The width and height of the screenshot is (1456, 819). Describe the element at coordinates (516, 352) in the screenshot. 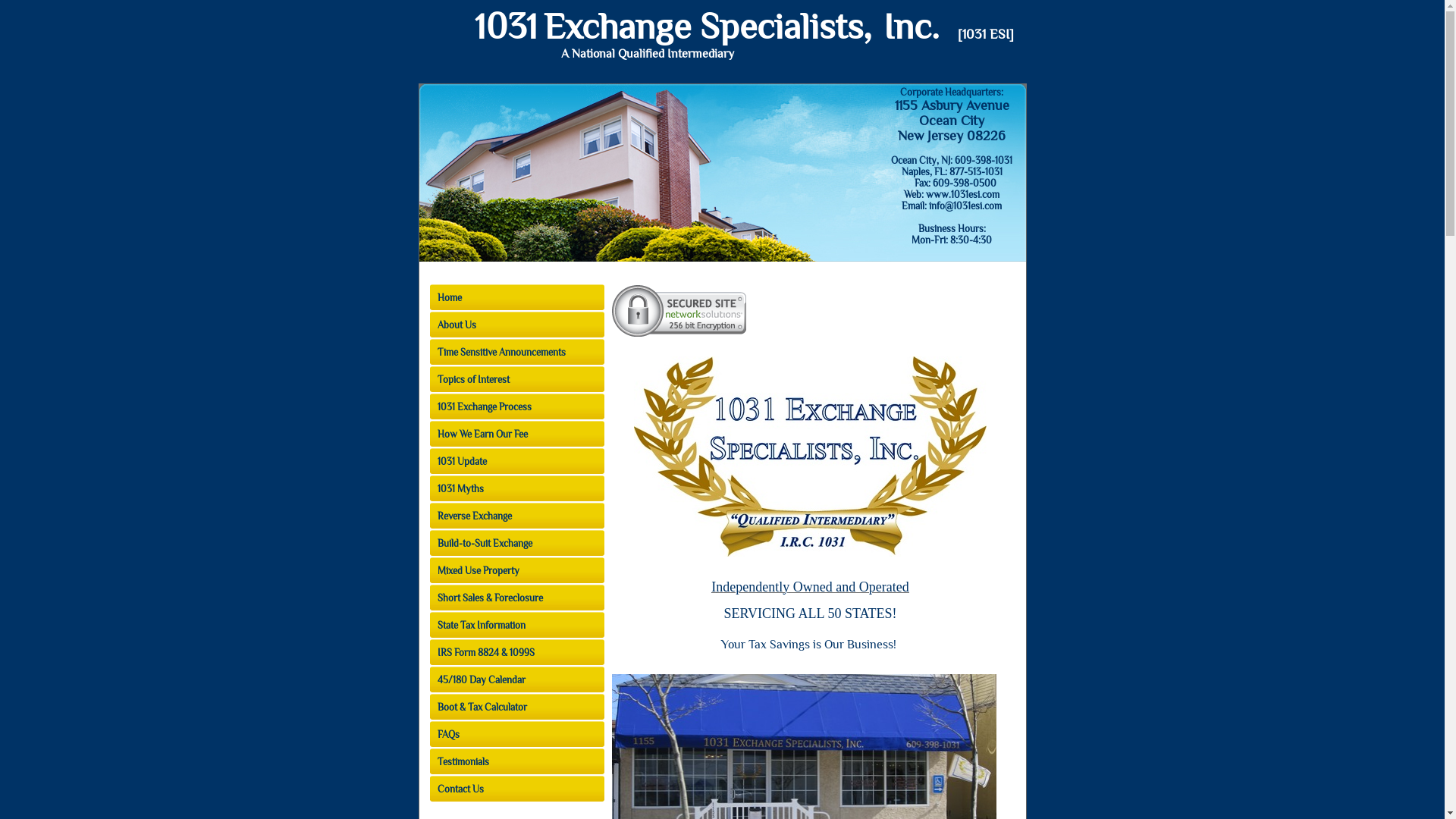

I see `'Time Sensitive Announcements'` at that location.